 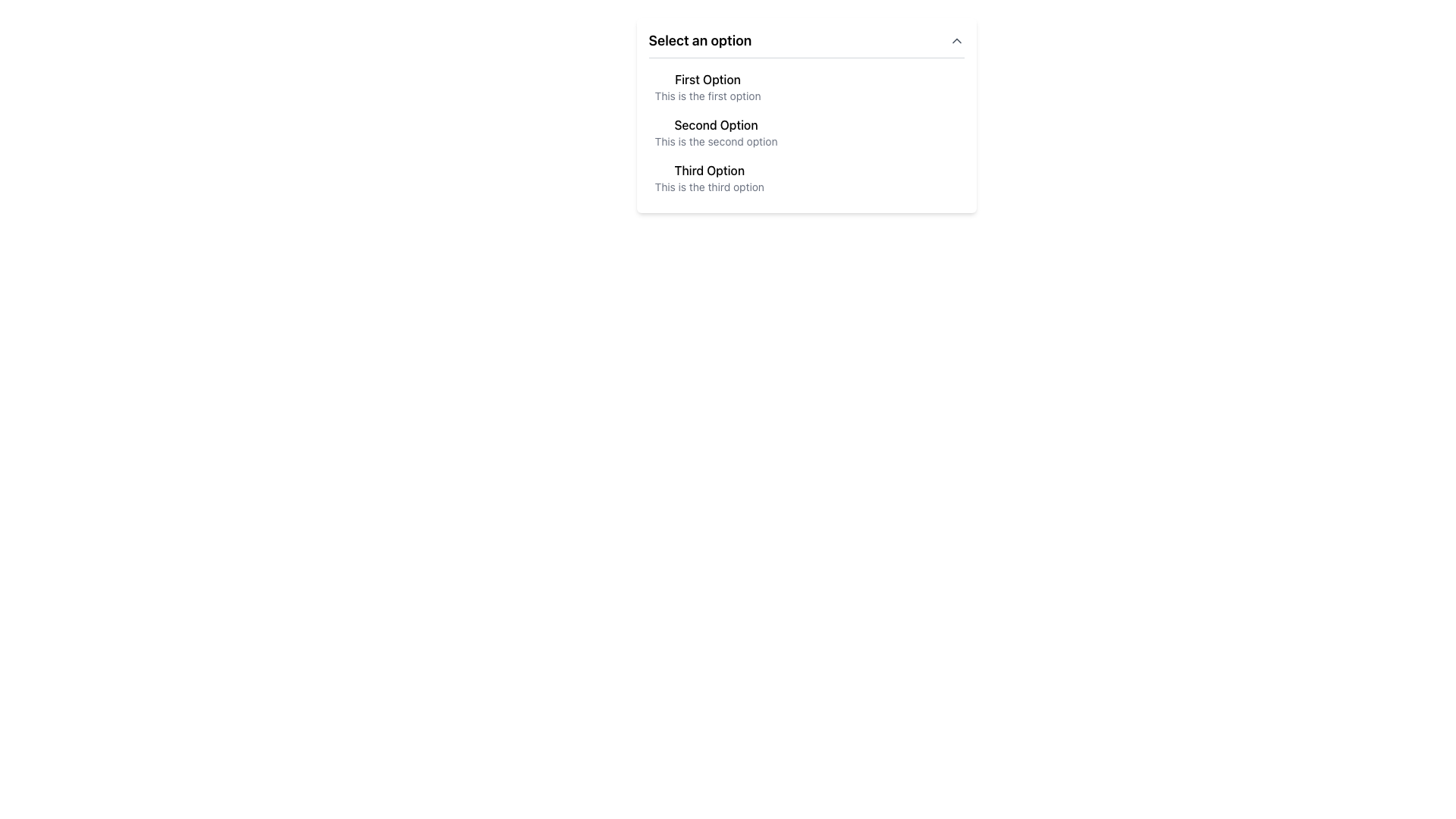 I want to click on the first selectable option in the dropdown menu, which displays 'First Option' in bold and 'This is the first option' in a smaller font, so click(x=706, y=87).